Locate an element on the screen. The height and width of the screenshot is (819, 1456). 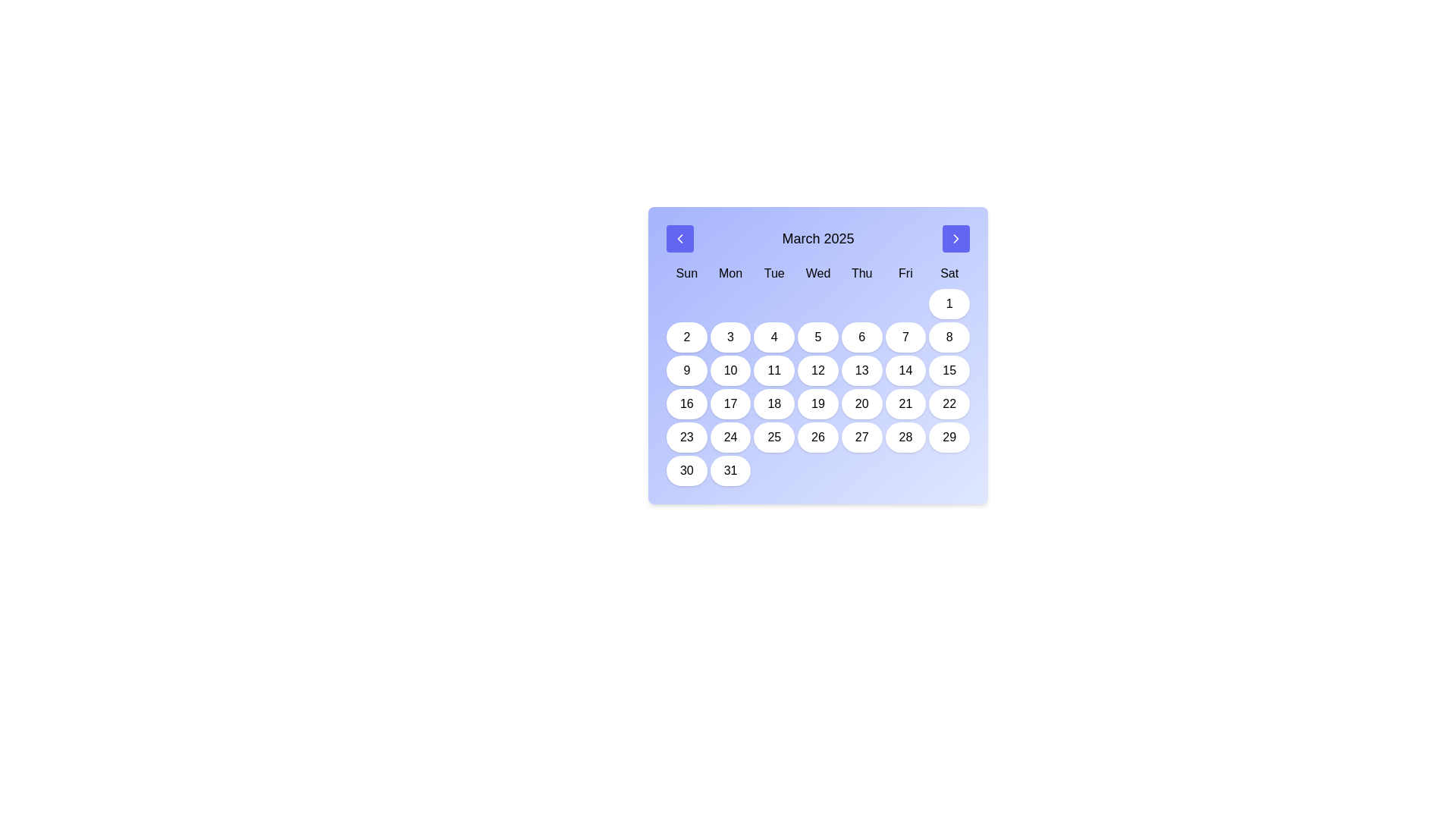
the circular button labeled '7' with a white background and rounded borders to trigger the color change effect to indigo is located at coordinates (905, 336).